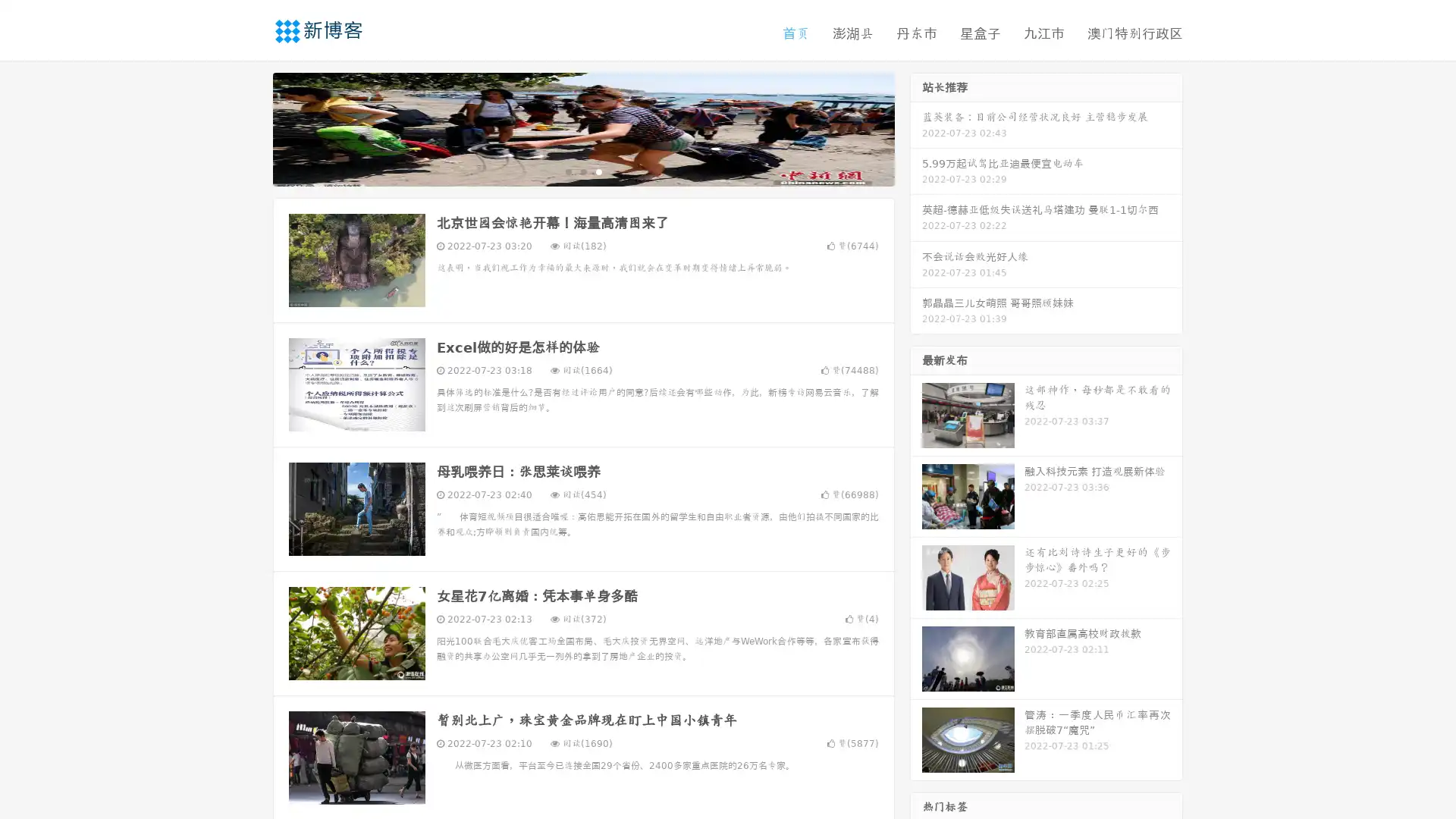 Image resolution: width=1456 pixels, height=819 pixels. What do you see at coordinates (250, 127) in the screenshot?
I see `Previous slide` at bounding box center [250, 127].